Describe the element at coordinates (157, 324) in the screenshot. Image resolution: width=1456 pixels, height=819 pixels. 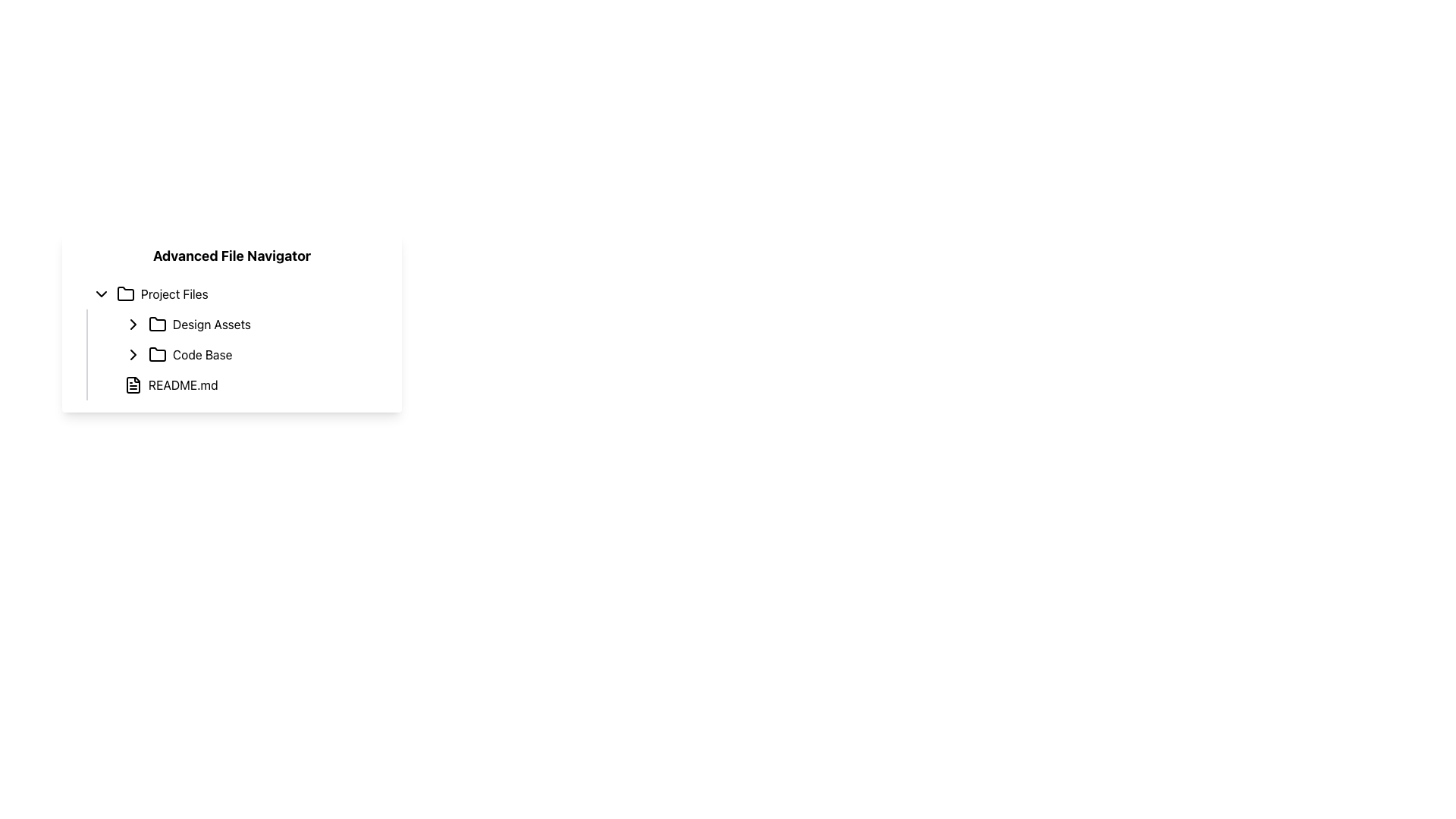
I see `the folder type indicator icon associated with the 'Design Assets' entry located to the right of its row in the hierarchical navigation menu` at that location.